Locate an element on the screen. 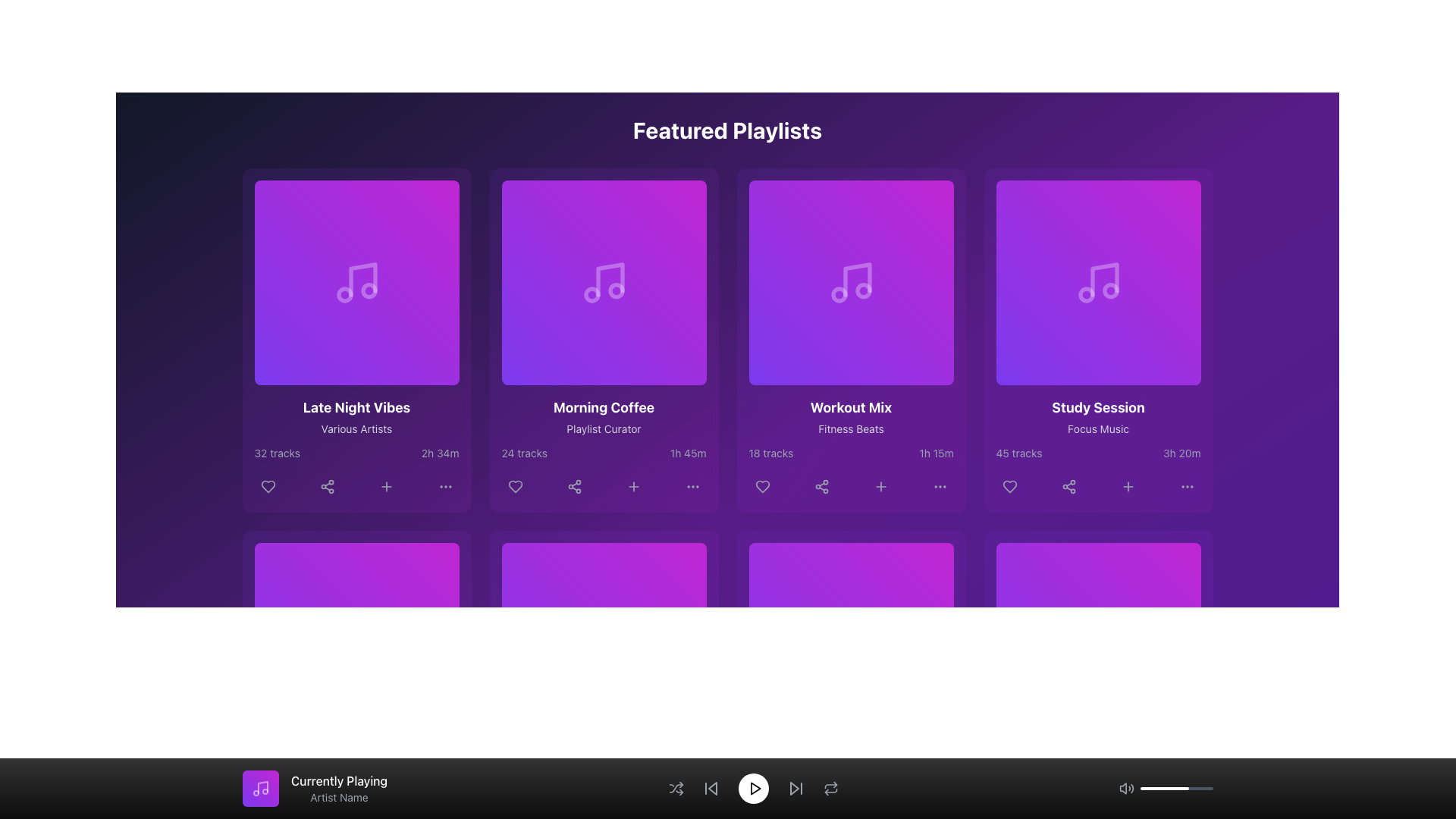 This screenshot has height=819, width=1456. the music playlist icon located in the top-right section of the 'Study Session' card, which is the fourth card in the top row of the 'Featured Playlists' grid layout is located at coordinates (1104, 280).